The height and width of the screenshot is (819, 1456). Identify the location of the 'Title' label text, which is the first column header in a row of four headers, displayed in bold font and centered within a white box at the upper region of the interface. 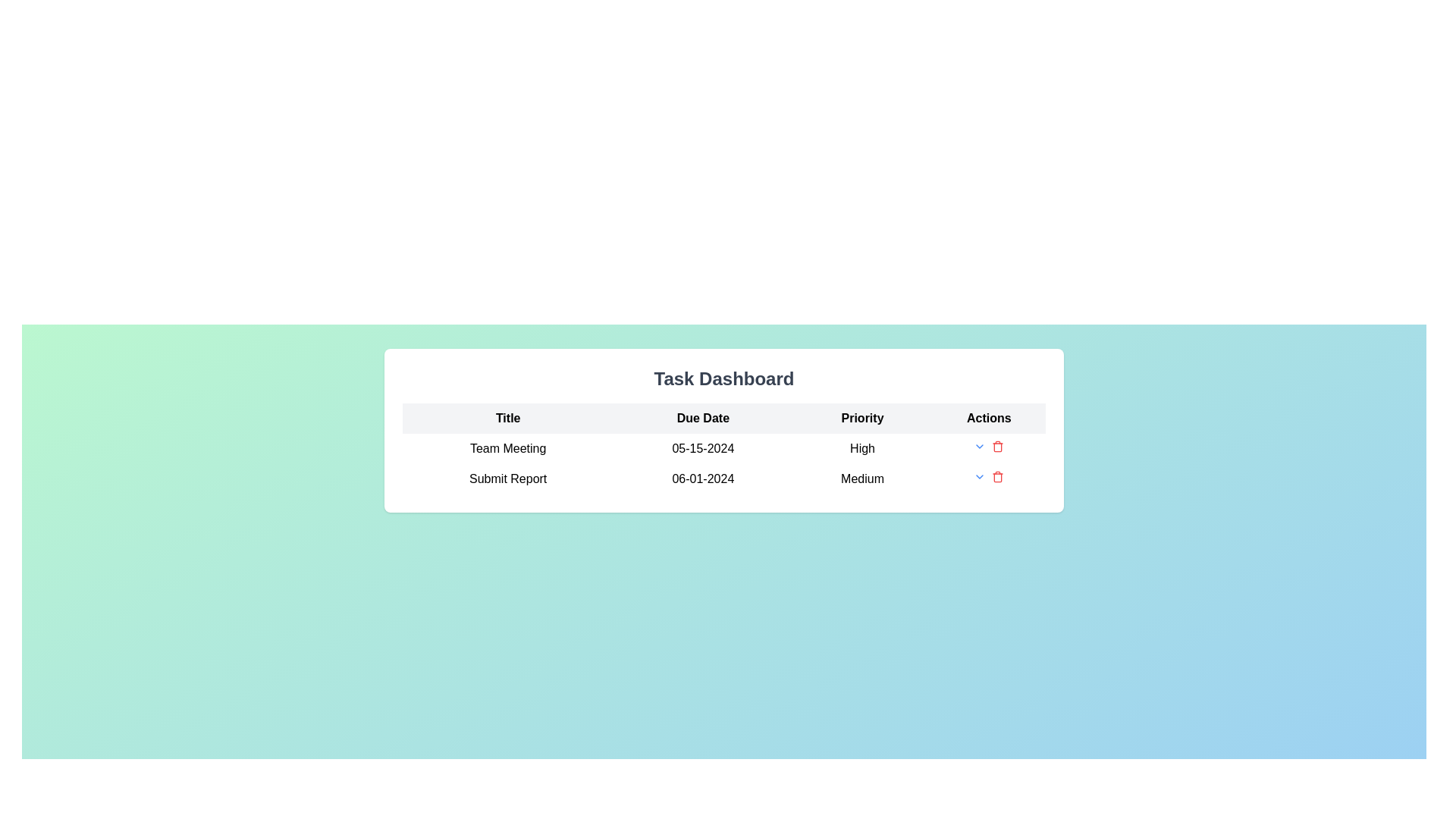
(508, 418).